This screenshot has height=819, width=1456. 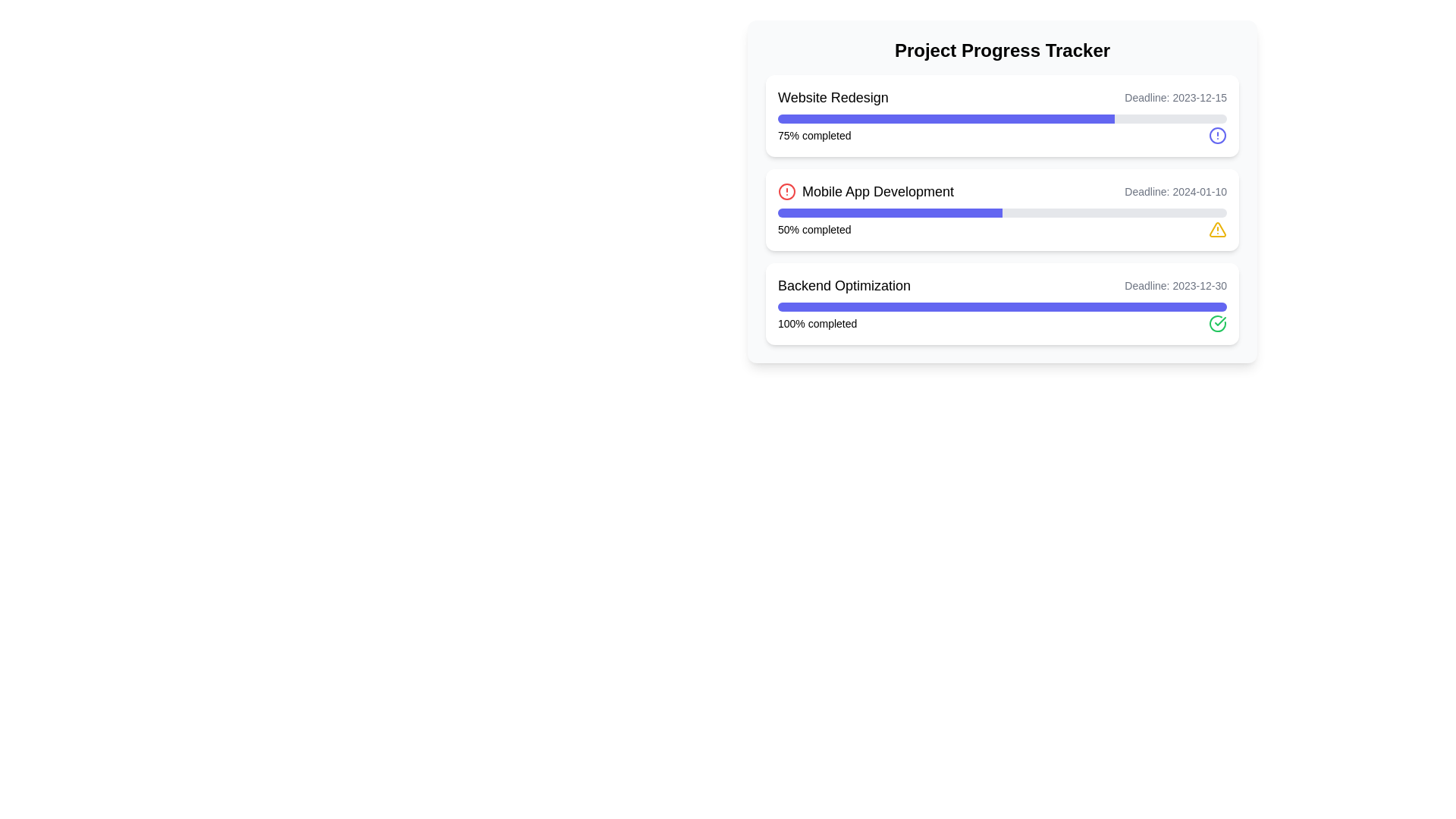 I want to click on the filled portion of the Progress Bar representing 75% completion of the 'Website Redesign' project, located below the project title and above the text '75% completed', so click(x=946, y=118).